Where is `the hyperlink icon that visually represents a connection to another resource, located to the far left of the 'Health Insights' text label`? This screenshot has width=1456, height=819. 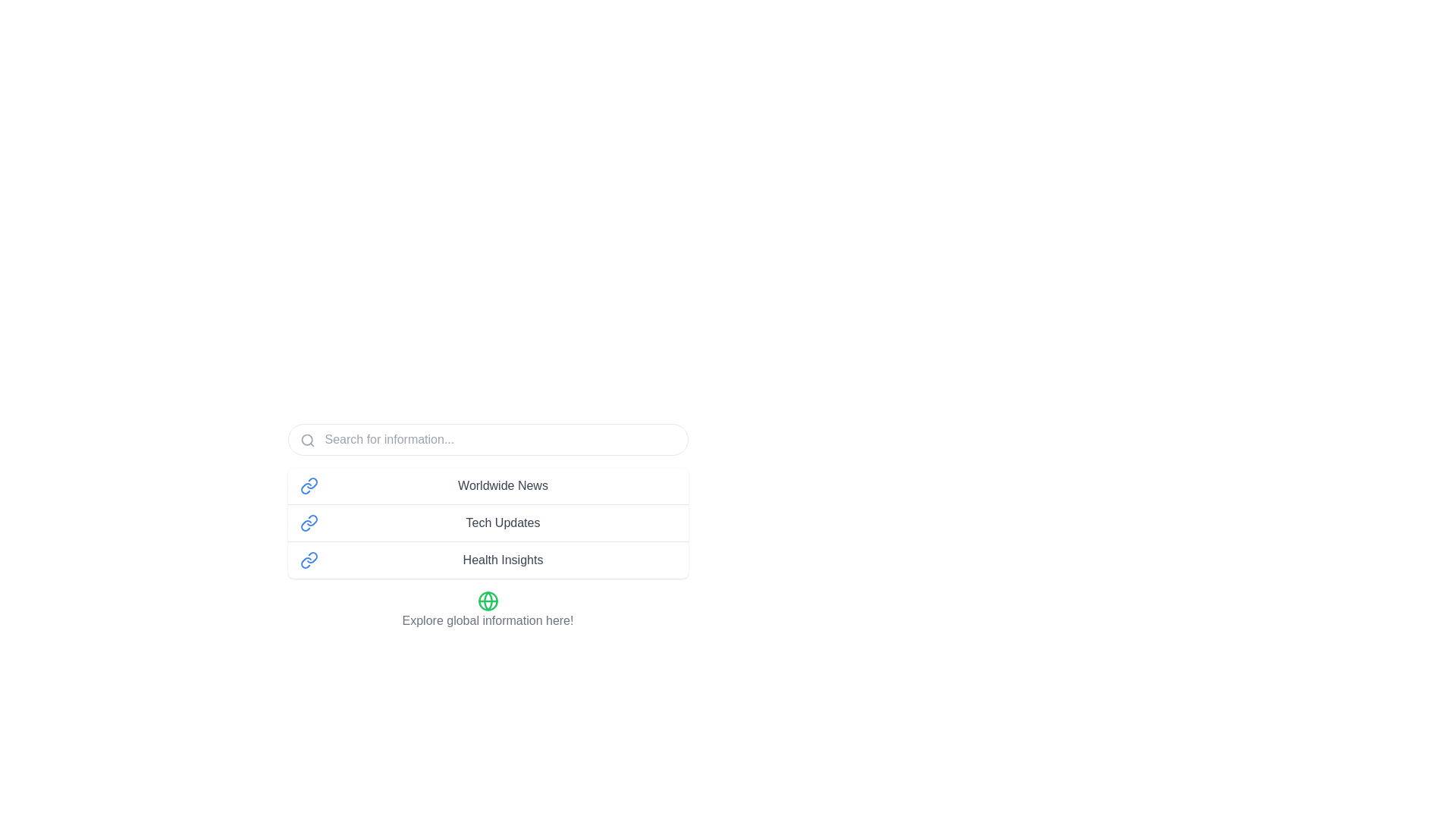
the hyperlink icon that visually represents a connection to another resource, located to the far left of the 'Health Insights' text label is located at coordinates (308, 560).